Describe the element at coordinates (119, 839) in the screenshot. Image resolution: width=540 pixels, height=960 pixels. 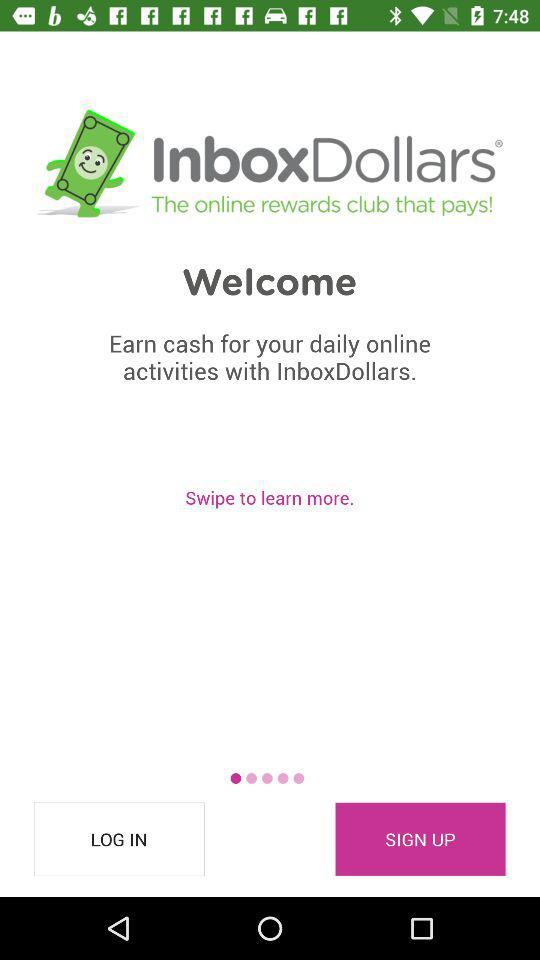
I see `the icon to the left of sign up` at that location.